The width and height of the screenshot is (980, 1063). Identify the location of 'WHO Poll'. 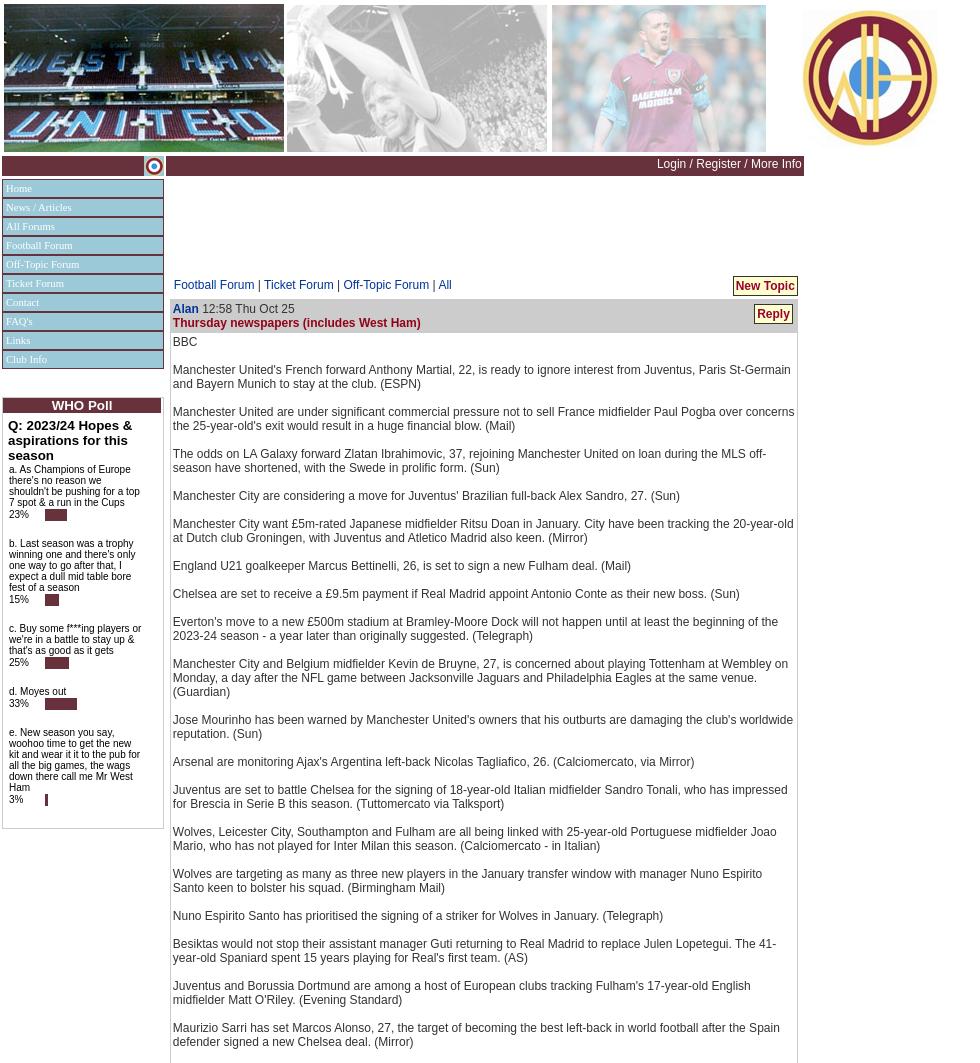
(81, 405).